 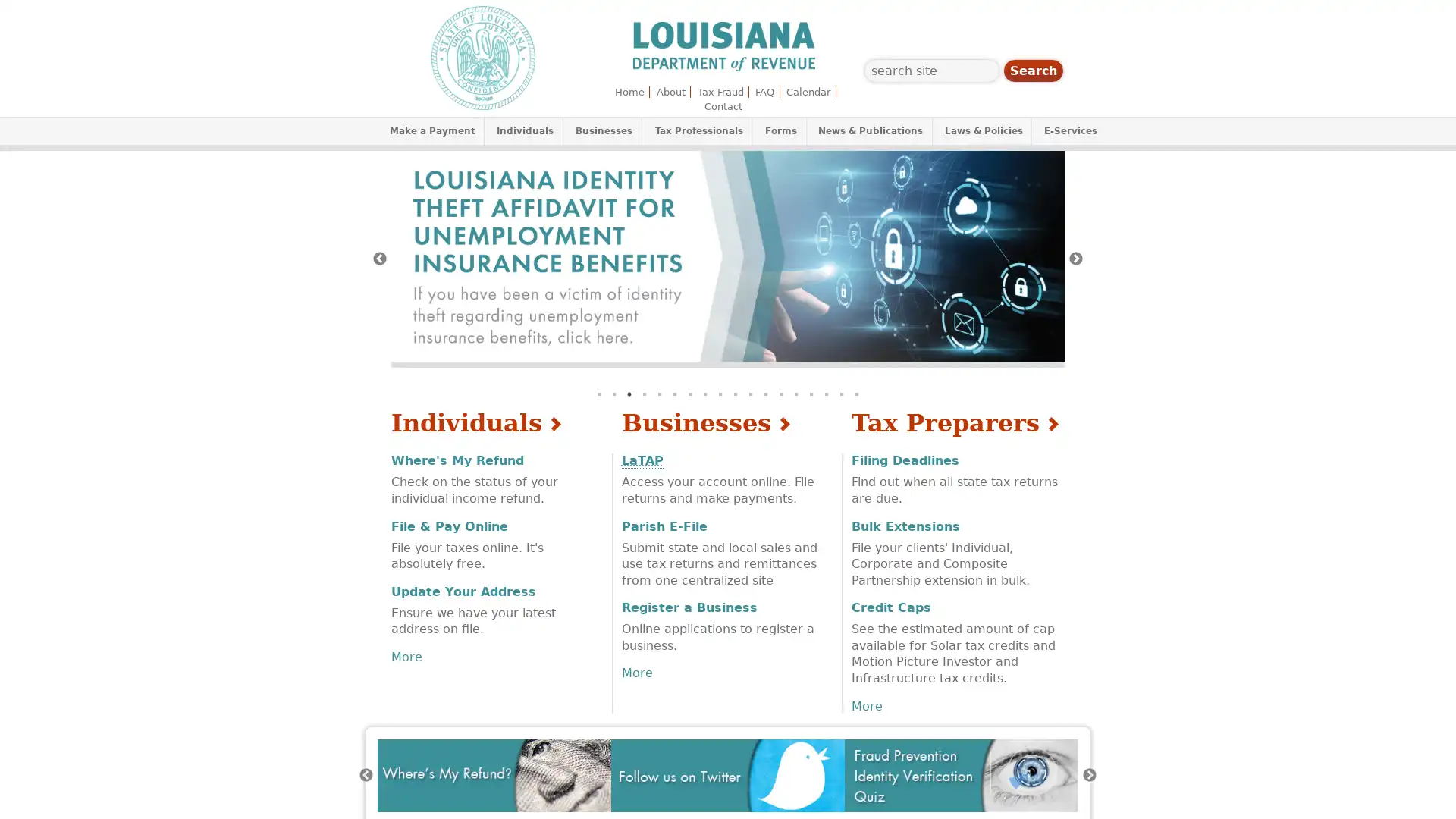 I want to click on 10, so click(x=735, y=394).